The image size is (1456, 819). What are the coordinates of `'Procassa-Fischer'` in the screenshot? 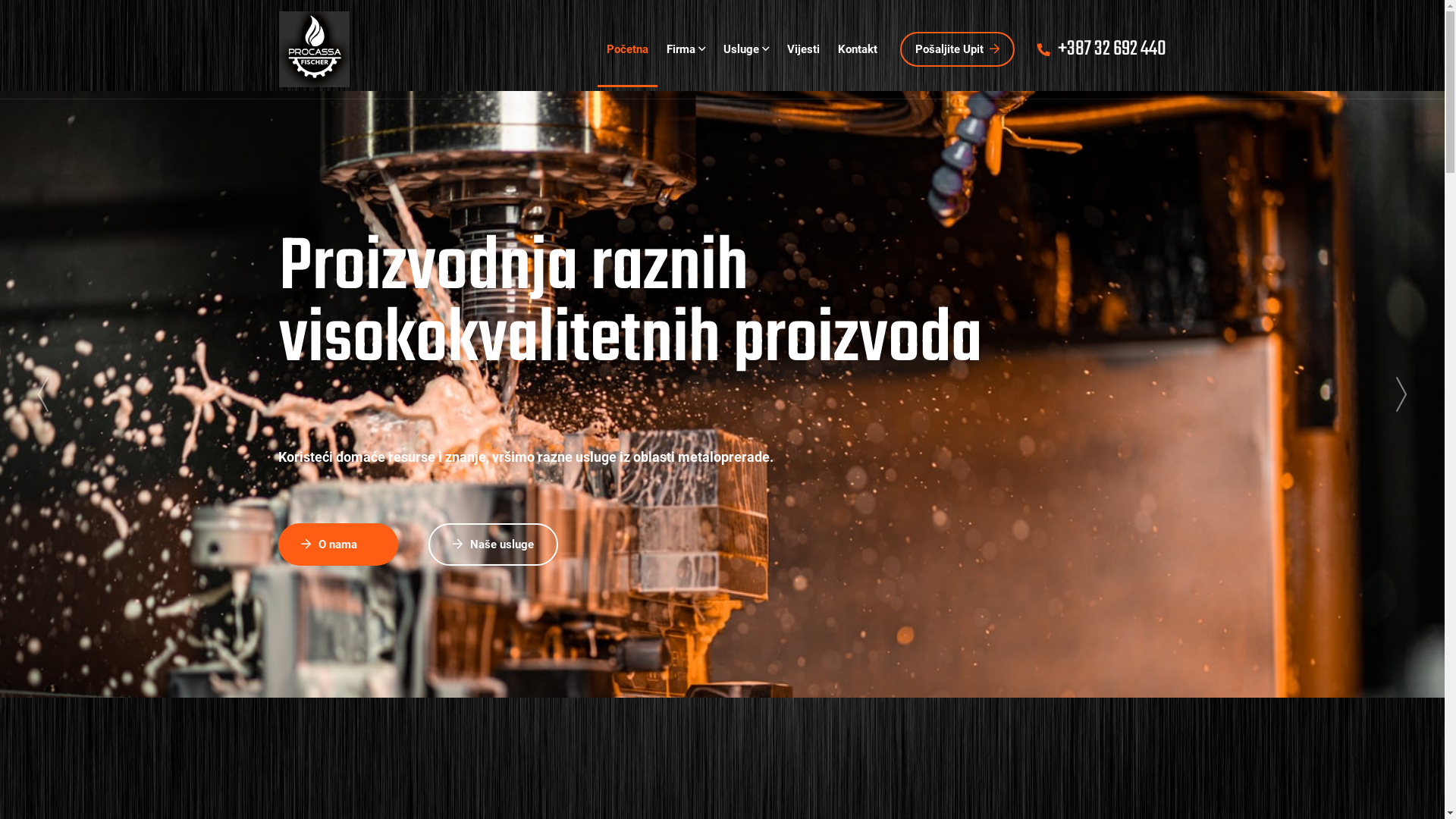 It's located at (313, 49).